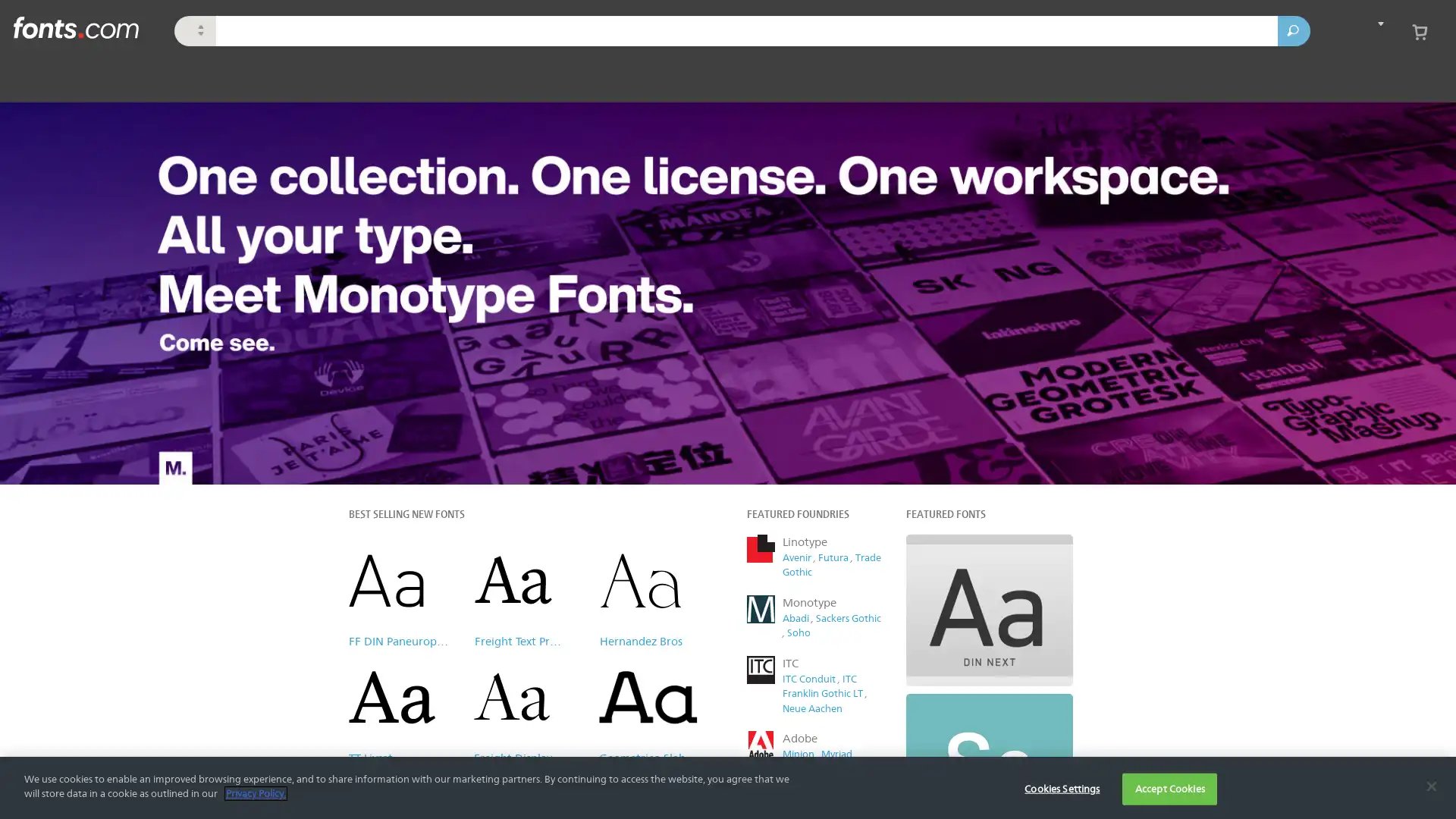 The image size is (1456, 819). Describe the element at coordinates (879, 391) in the screenshot. I see `Subscribe` at that location.